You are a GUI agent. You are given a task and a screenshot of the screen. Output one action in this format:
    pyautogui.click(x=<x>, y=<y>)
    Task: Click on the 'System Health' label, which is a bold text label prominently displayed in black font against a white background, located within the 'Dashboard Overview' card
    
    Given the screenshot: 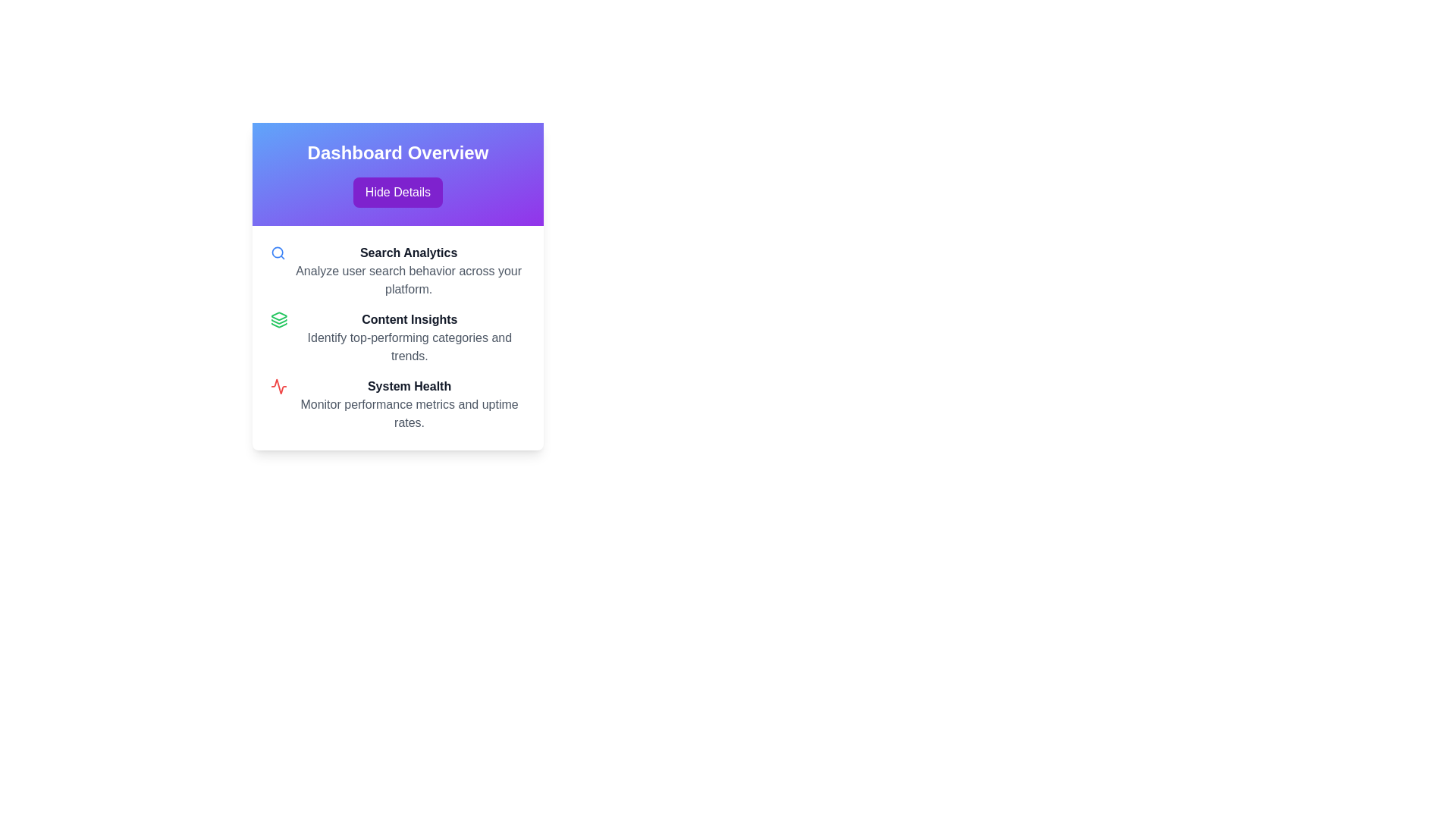 What is the action you would take?
    pyautogui.click(x=409, y=385)
    